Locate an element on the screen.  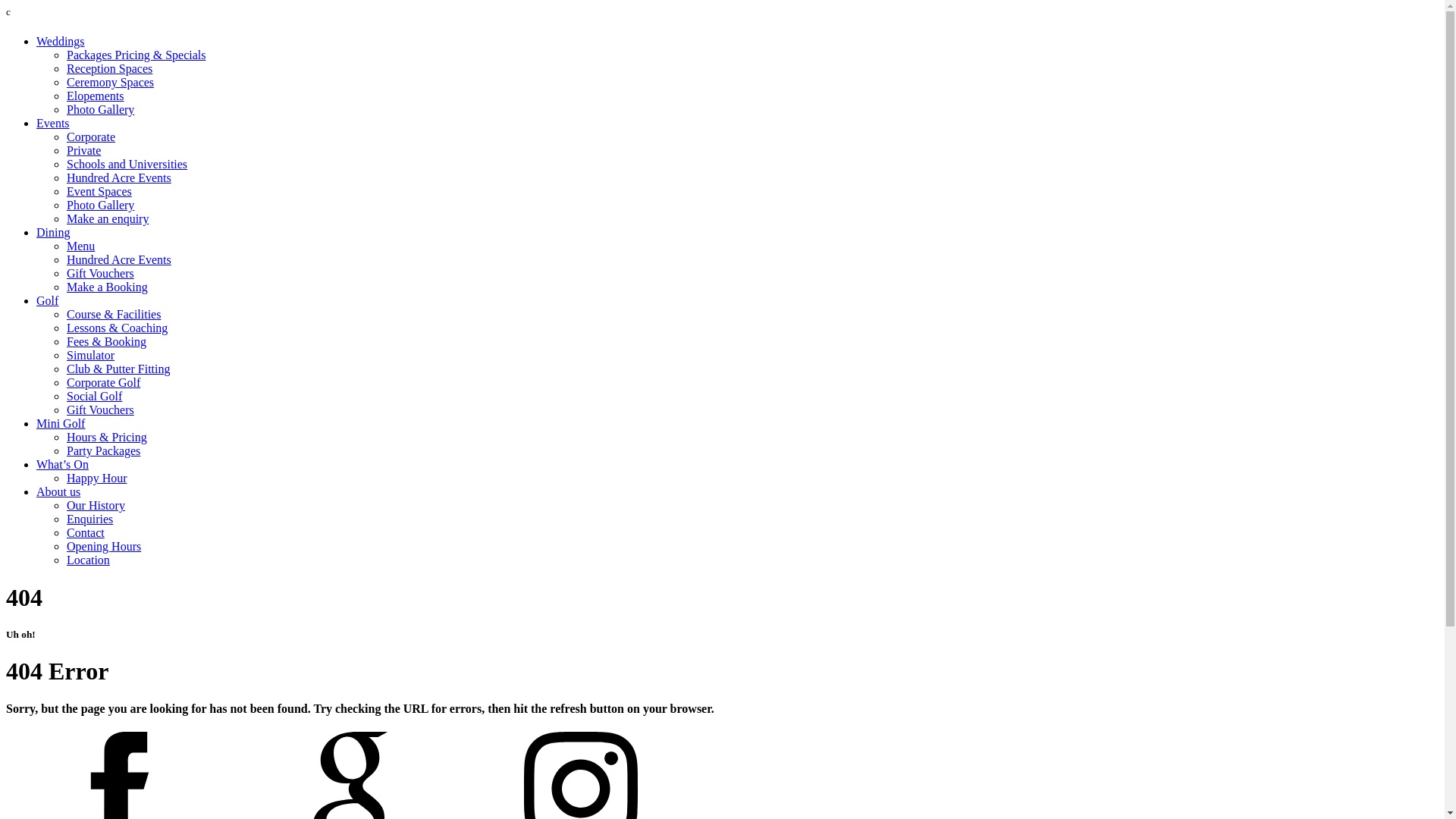
'About us' is located at coordinates (36, 491).